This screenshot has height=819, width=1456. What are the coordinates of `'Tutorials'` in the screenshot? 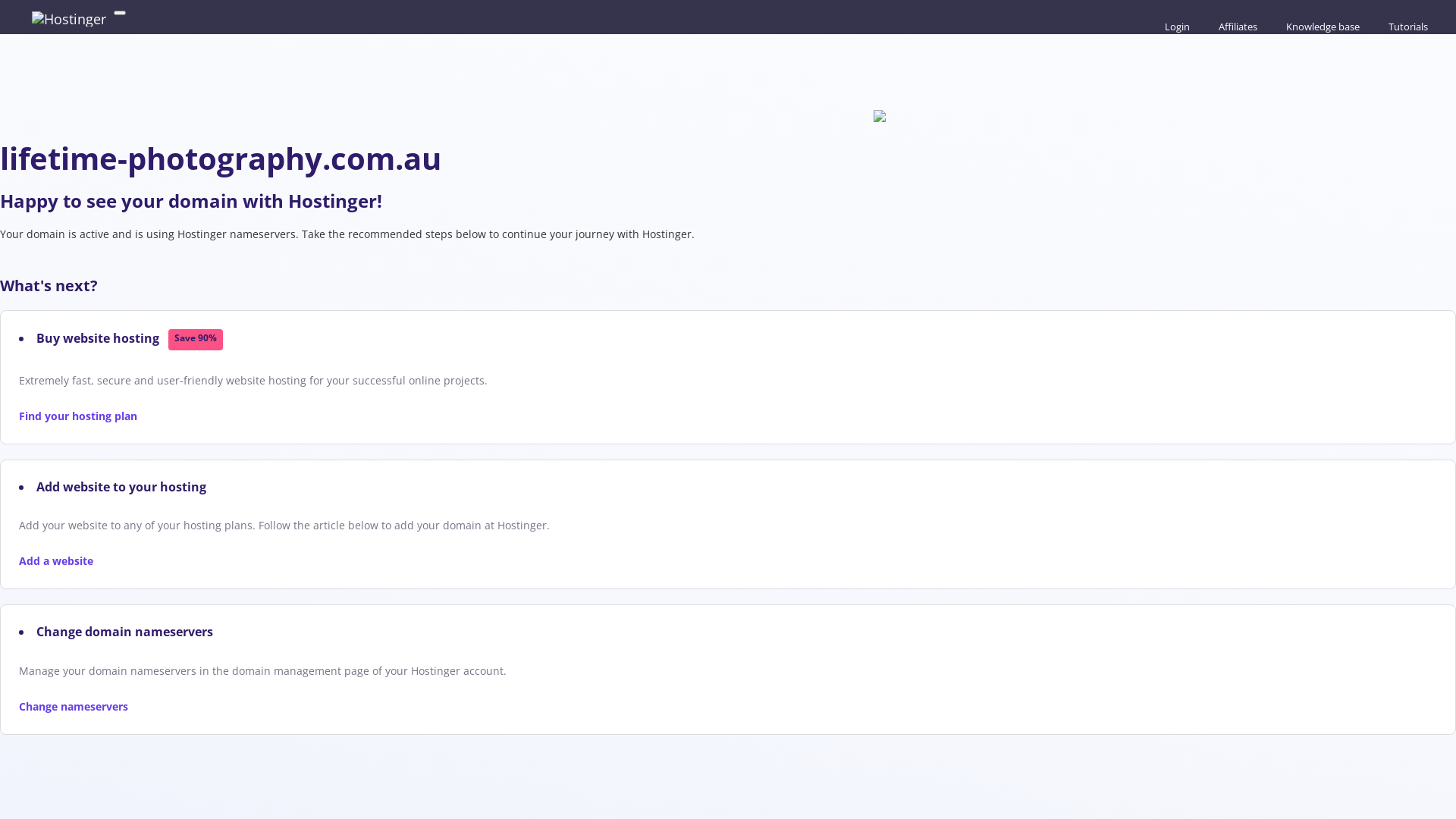 It's located at (1380, 26).